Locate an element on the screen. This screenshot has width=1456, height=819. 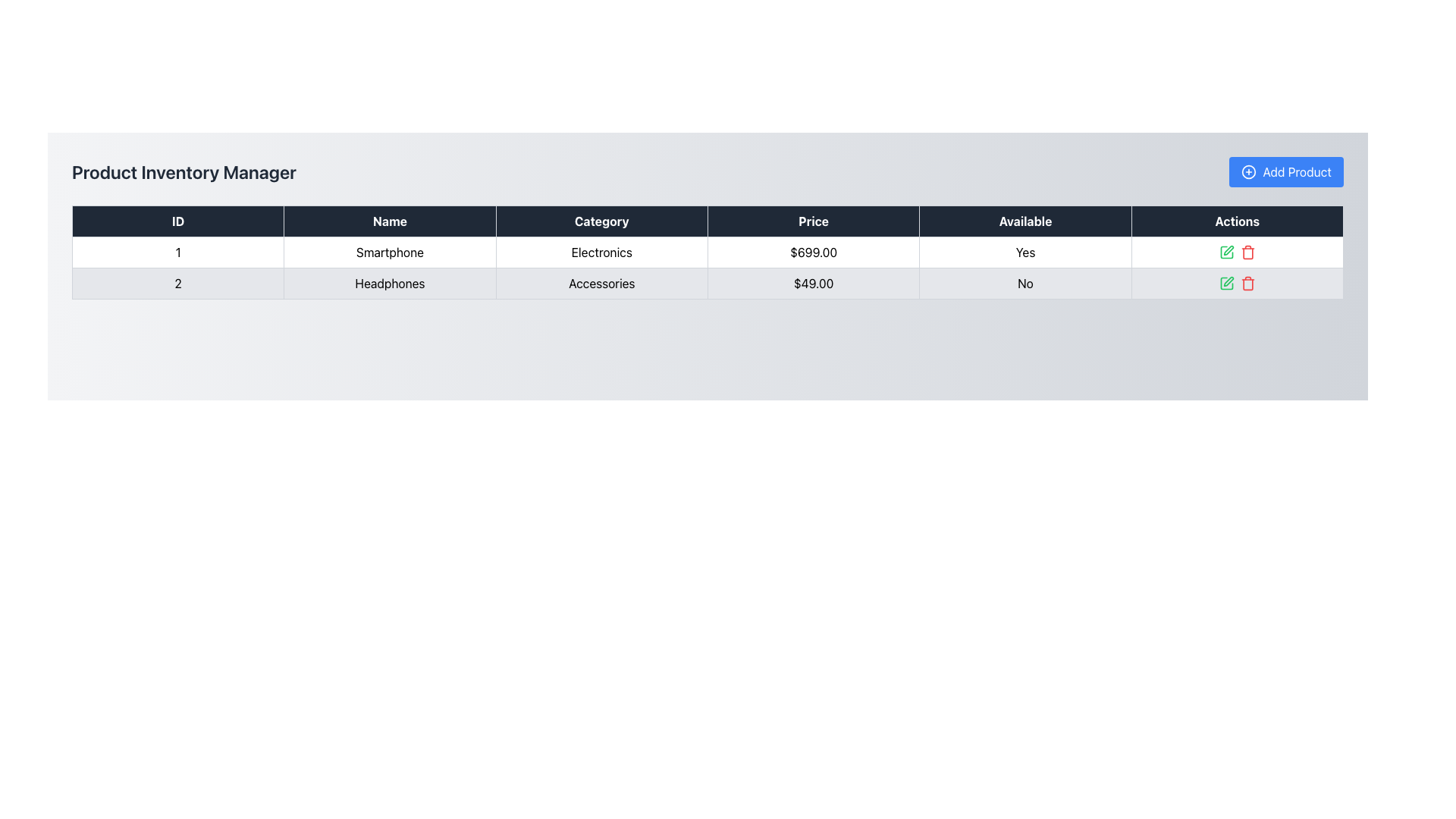
the static text display showing the price of a product in the second row of the 'Product Inventory Manager' table located in the 'Price' column is located at coordinates (813, 284).